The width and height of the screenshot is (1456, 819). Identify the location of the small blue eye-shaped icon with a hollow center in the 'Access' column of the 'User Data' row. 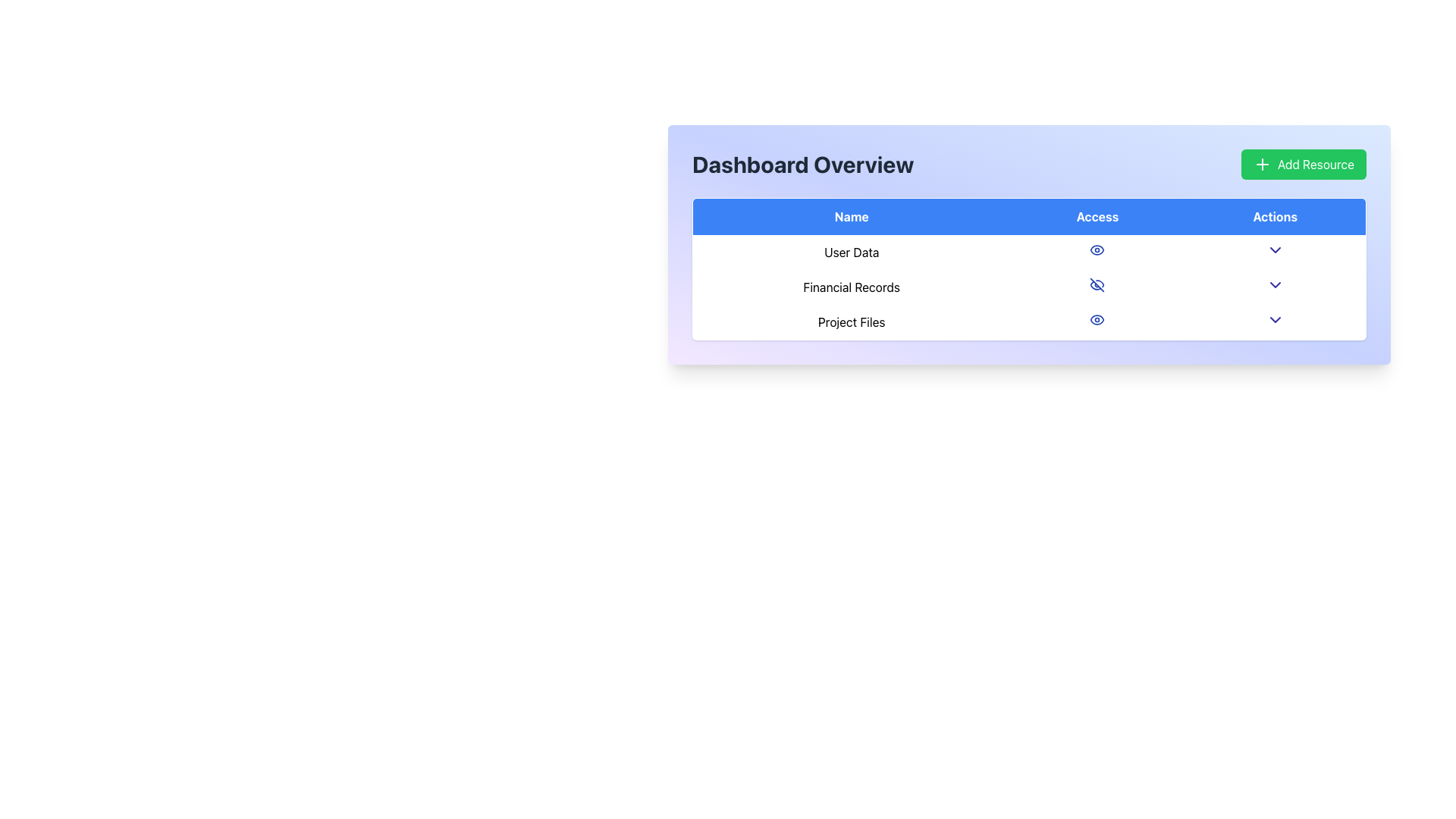
(1097, 249).